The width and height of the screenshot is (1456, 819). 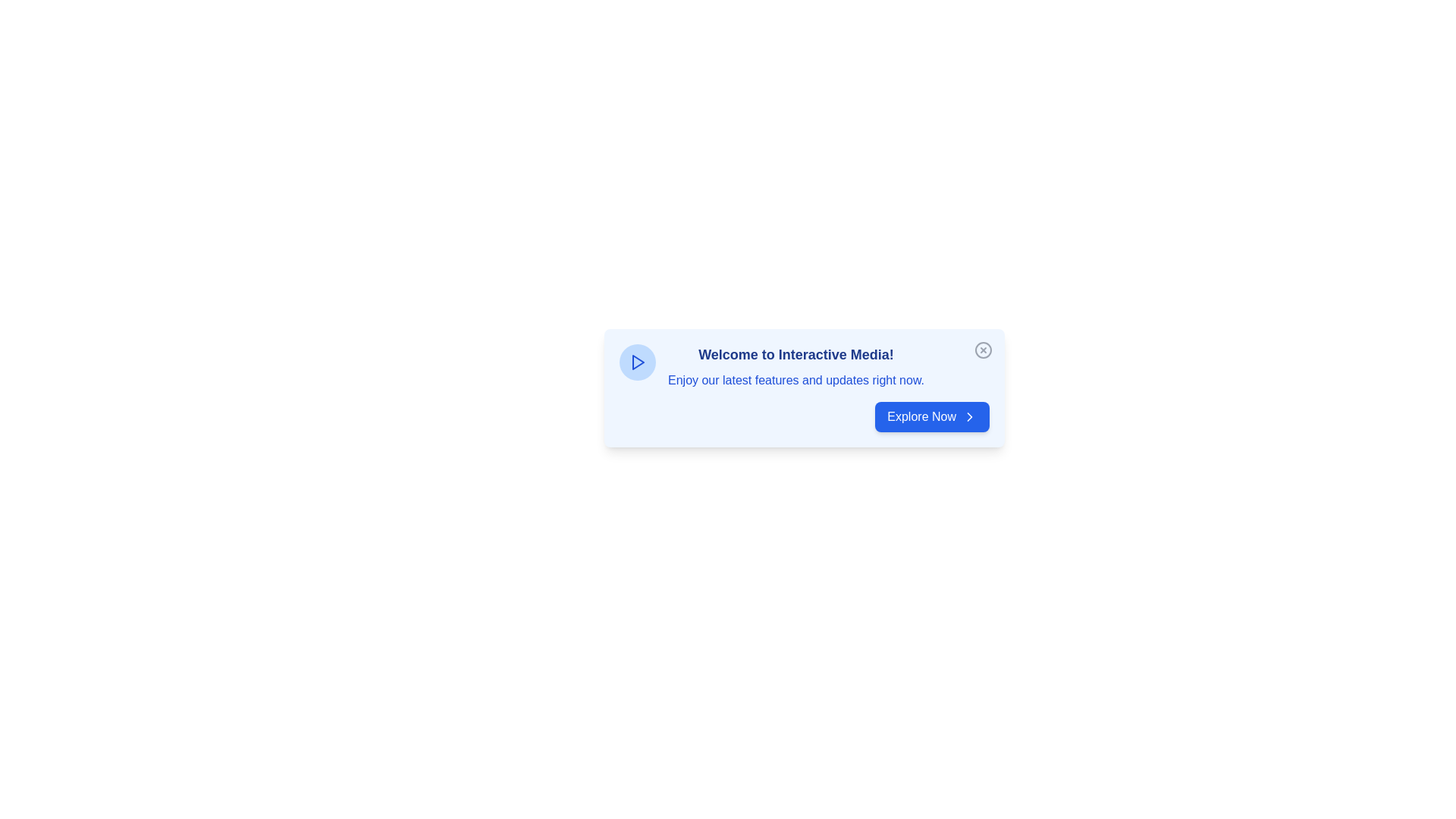 I want to click on the 'Explore Now' button to proceed, so click(x=930, y=417).